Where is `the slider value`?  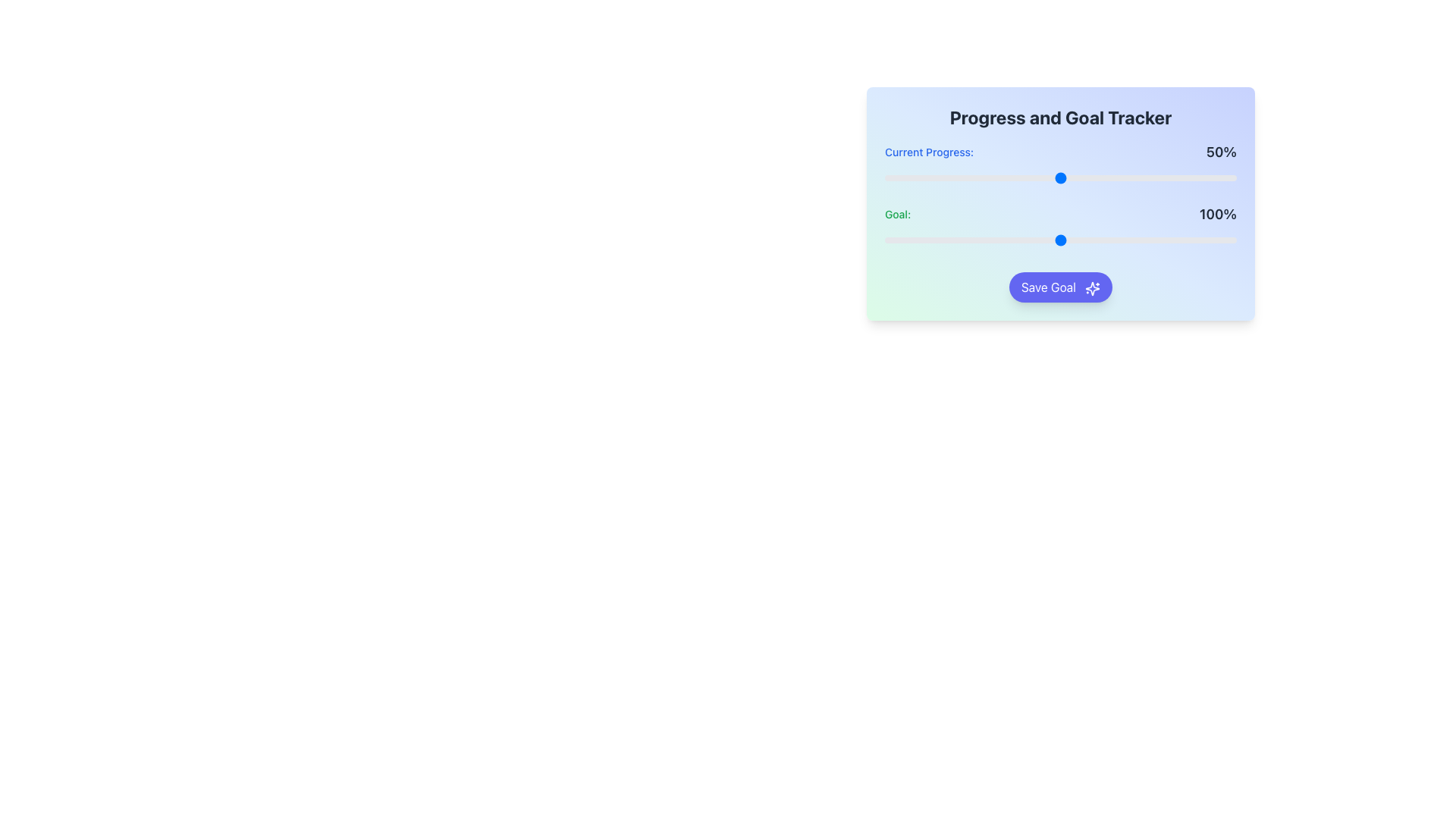
the slider value is located at coordinates (1188, 239).